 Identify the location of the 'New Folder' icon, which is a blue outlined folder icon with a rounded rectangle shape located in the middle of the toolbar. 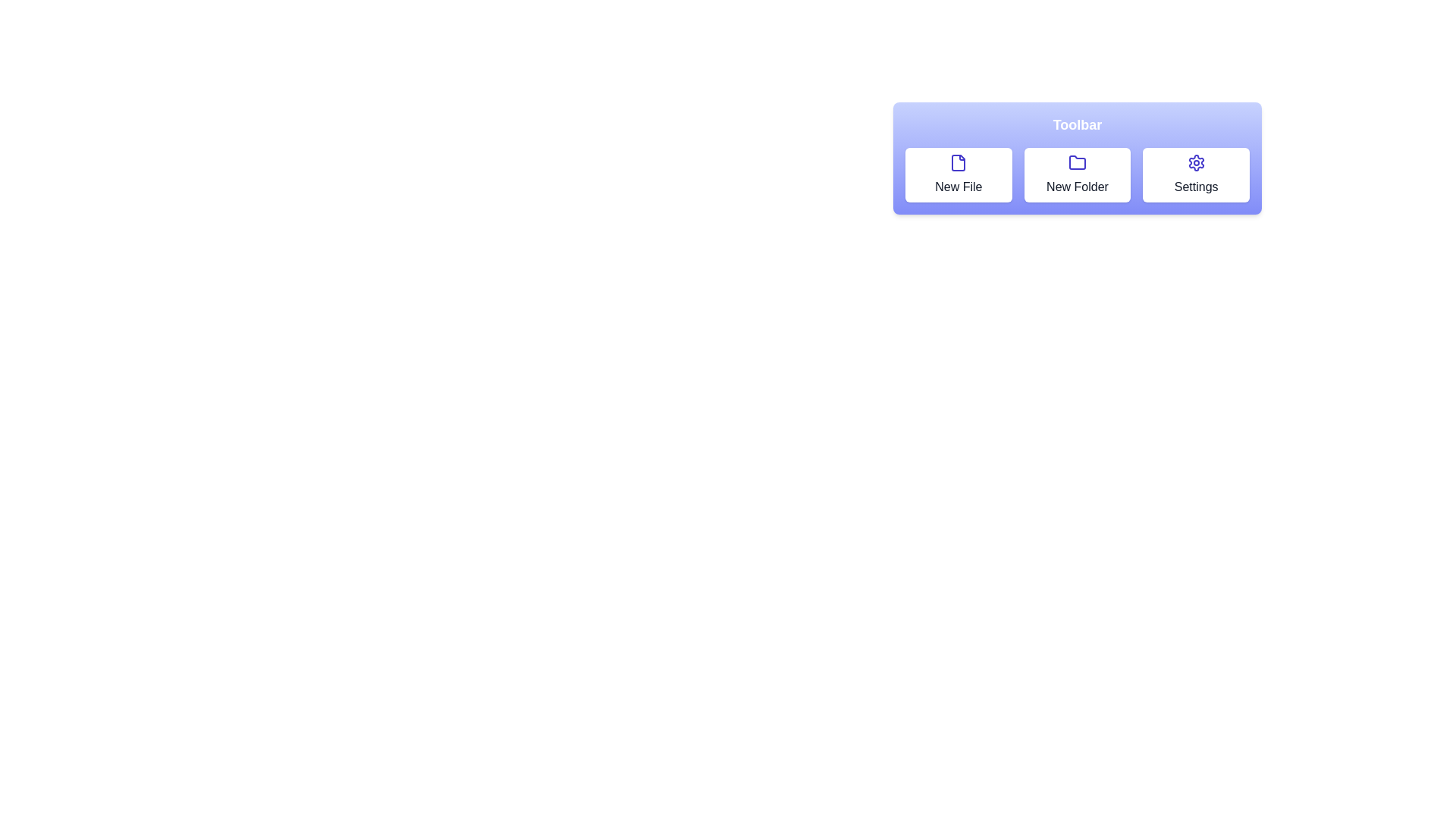
(1076, 162).